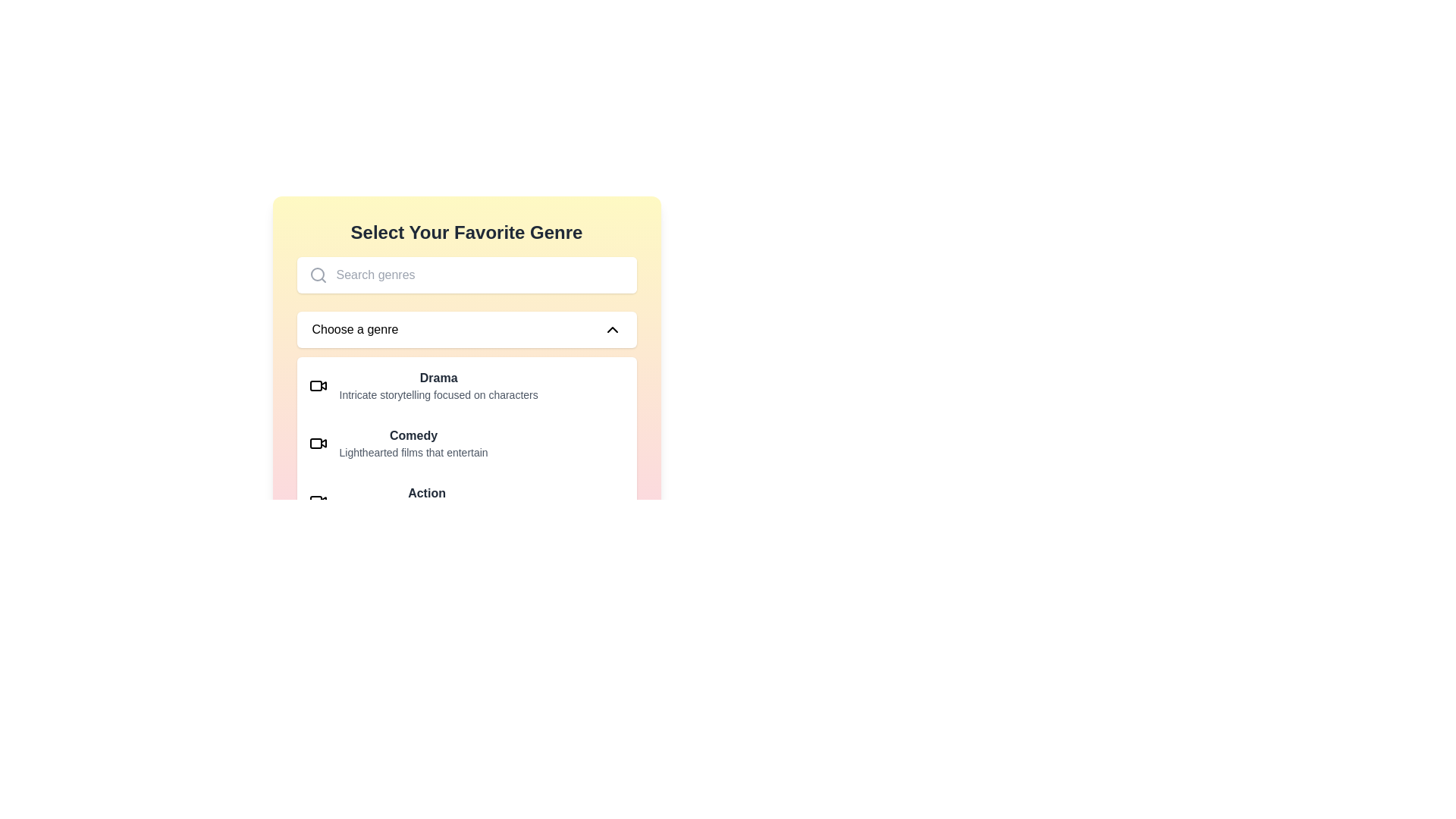  I want to click on the central circular part of the search icon located within the search bar, which is adjacent to the 'Search genres' text input field, so click(316, 275).